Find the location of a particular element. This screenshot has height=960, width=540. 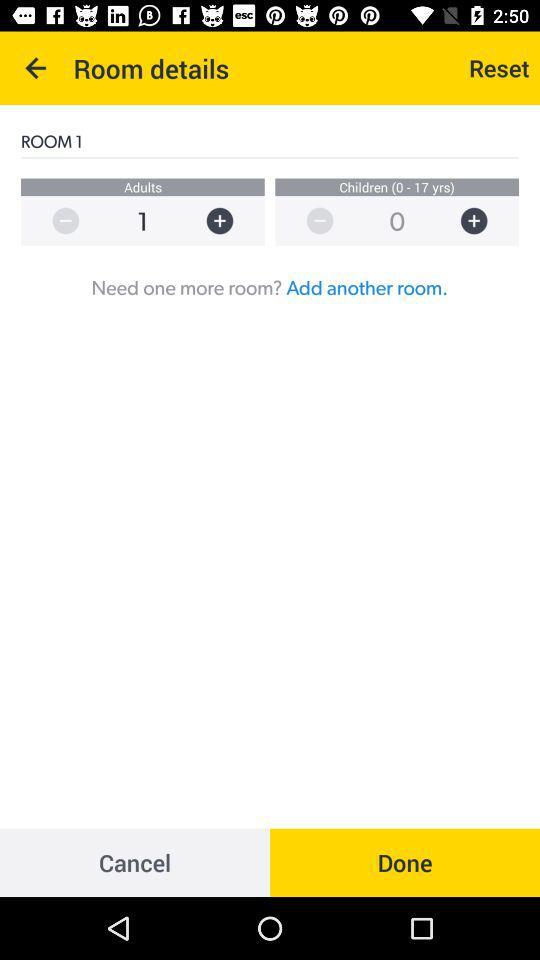

negate value is located at coordinates (310, 221).